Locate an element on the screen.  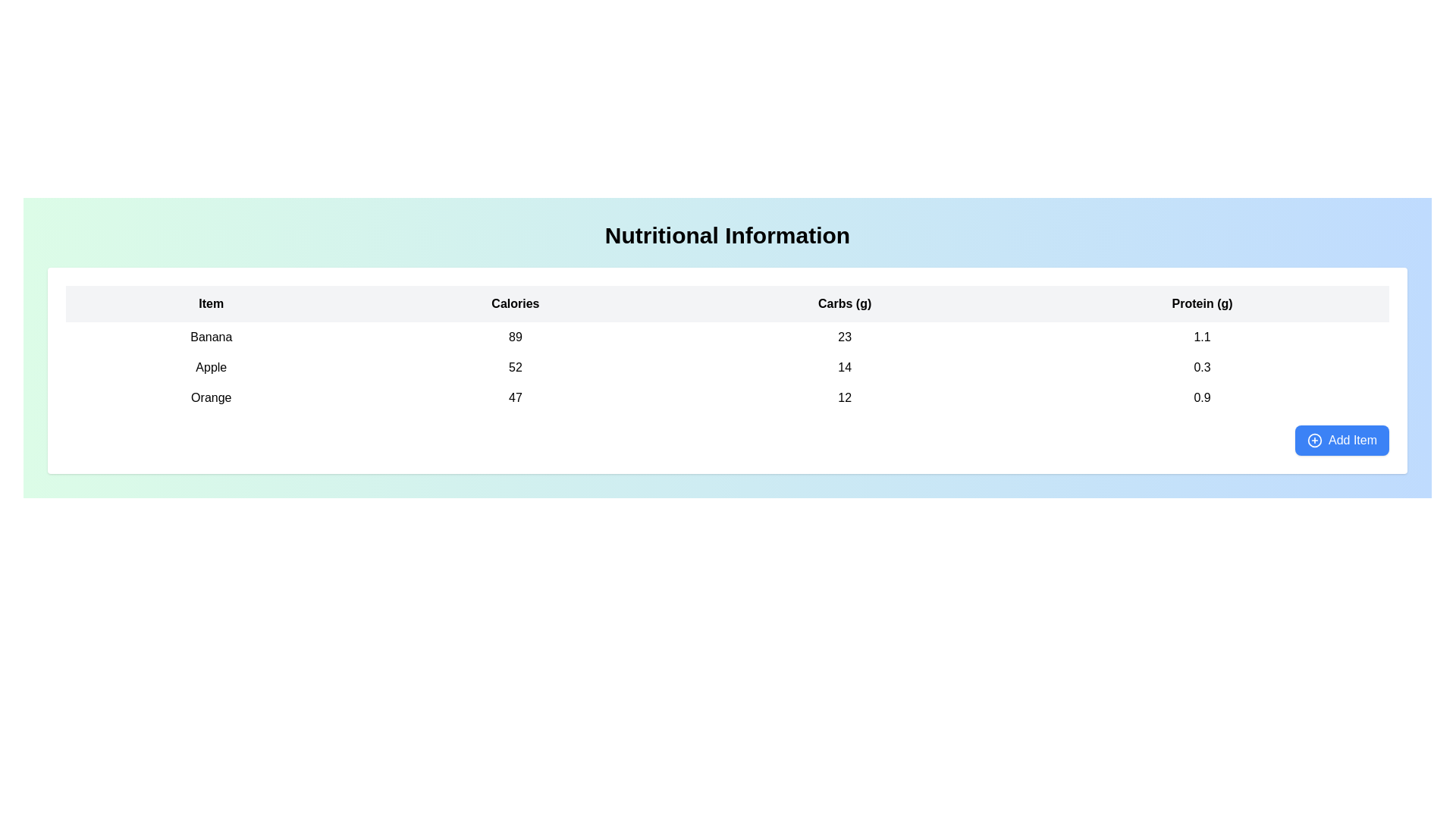
the static text label displaying 'Orange' in bold style, located in the third row under the 'Item' column of the table is located at coordinates (210, 397).